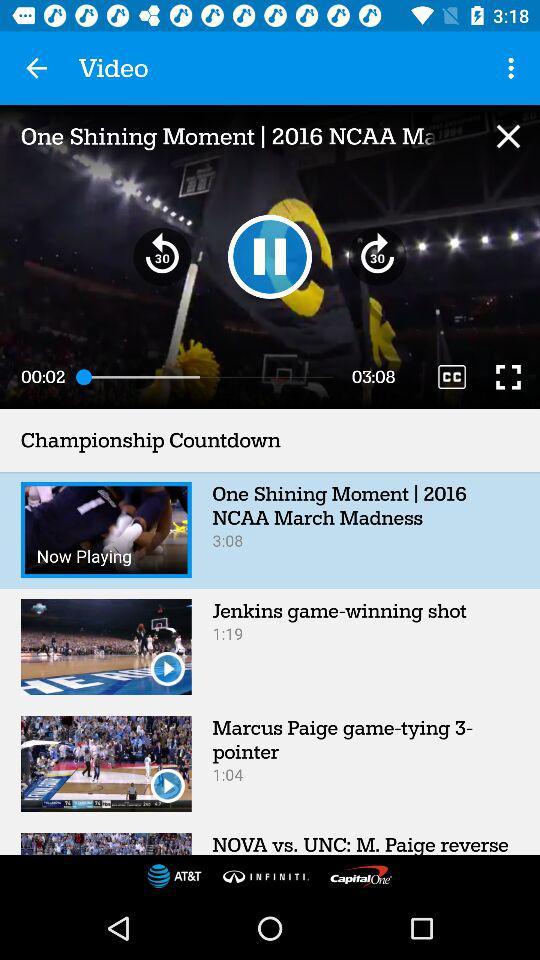  What do you see at coordinates (452, 376) in the screenshot?
I see `the item above the championship countdown item` at bounding box center [452, 376].